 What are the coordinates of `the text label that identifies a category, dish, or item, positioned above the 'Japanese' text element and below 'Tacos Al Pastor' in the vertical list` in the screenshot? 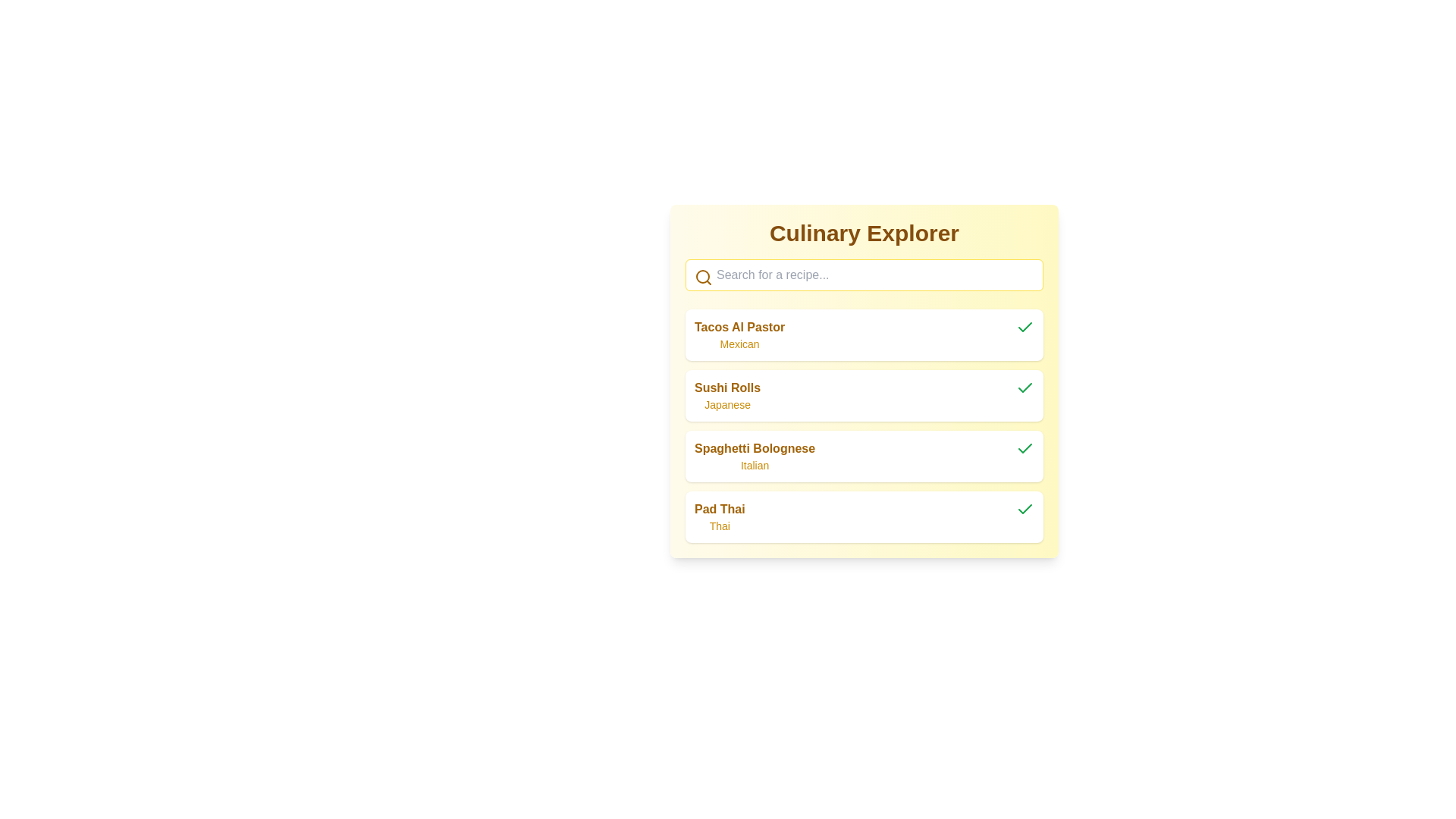 It's located at (726, 388).